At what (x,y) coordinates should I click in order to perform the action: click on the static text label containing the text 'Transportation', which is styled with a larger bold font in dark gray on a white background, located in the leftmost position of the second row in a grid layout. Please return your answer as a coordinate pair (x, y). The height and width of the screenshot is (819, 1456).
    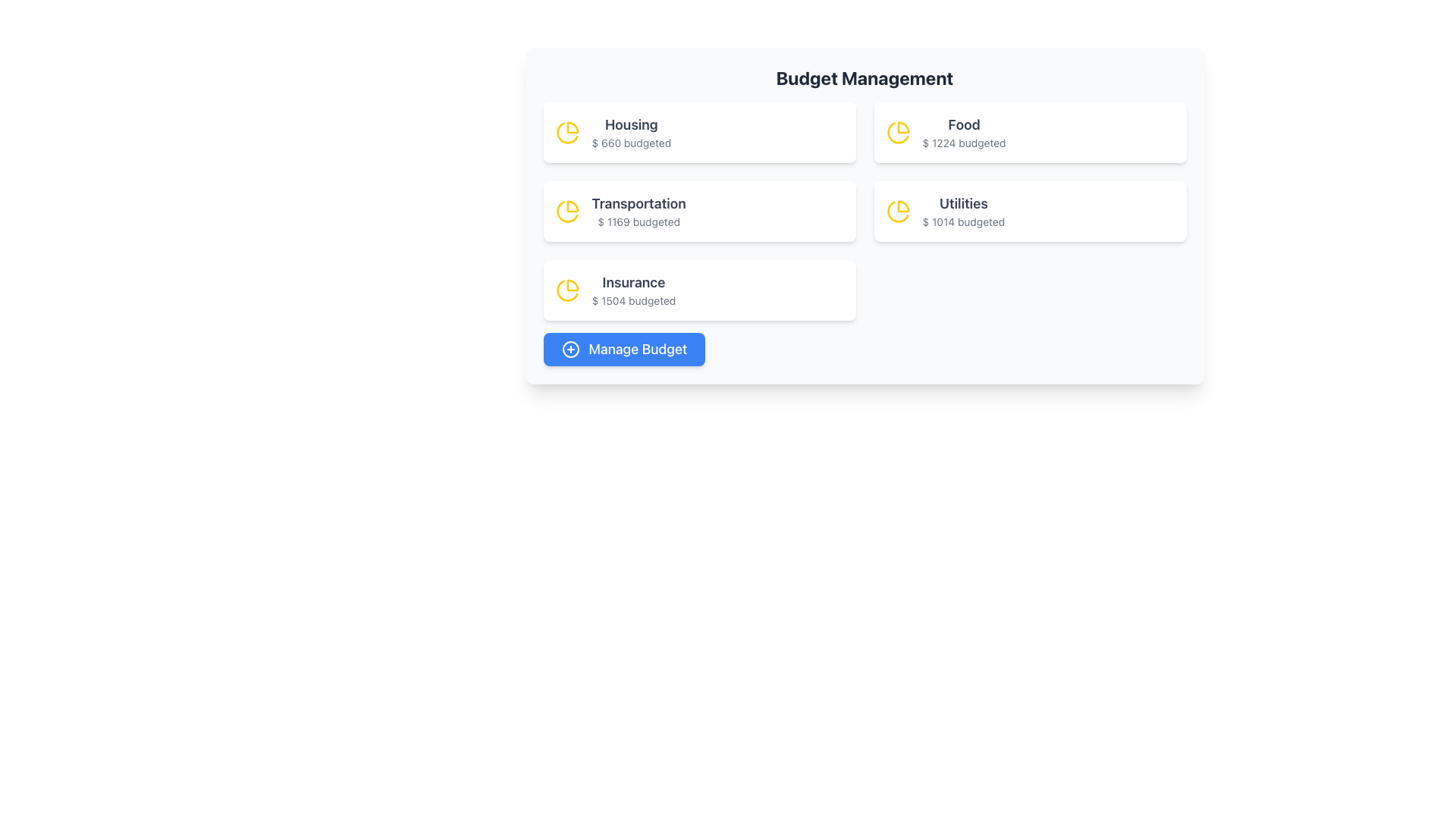
    Looking at the image, I should click on (639, 203).